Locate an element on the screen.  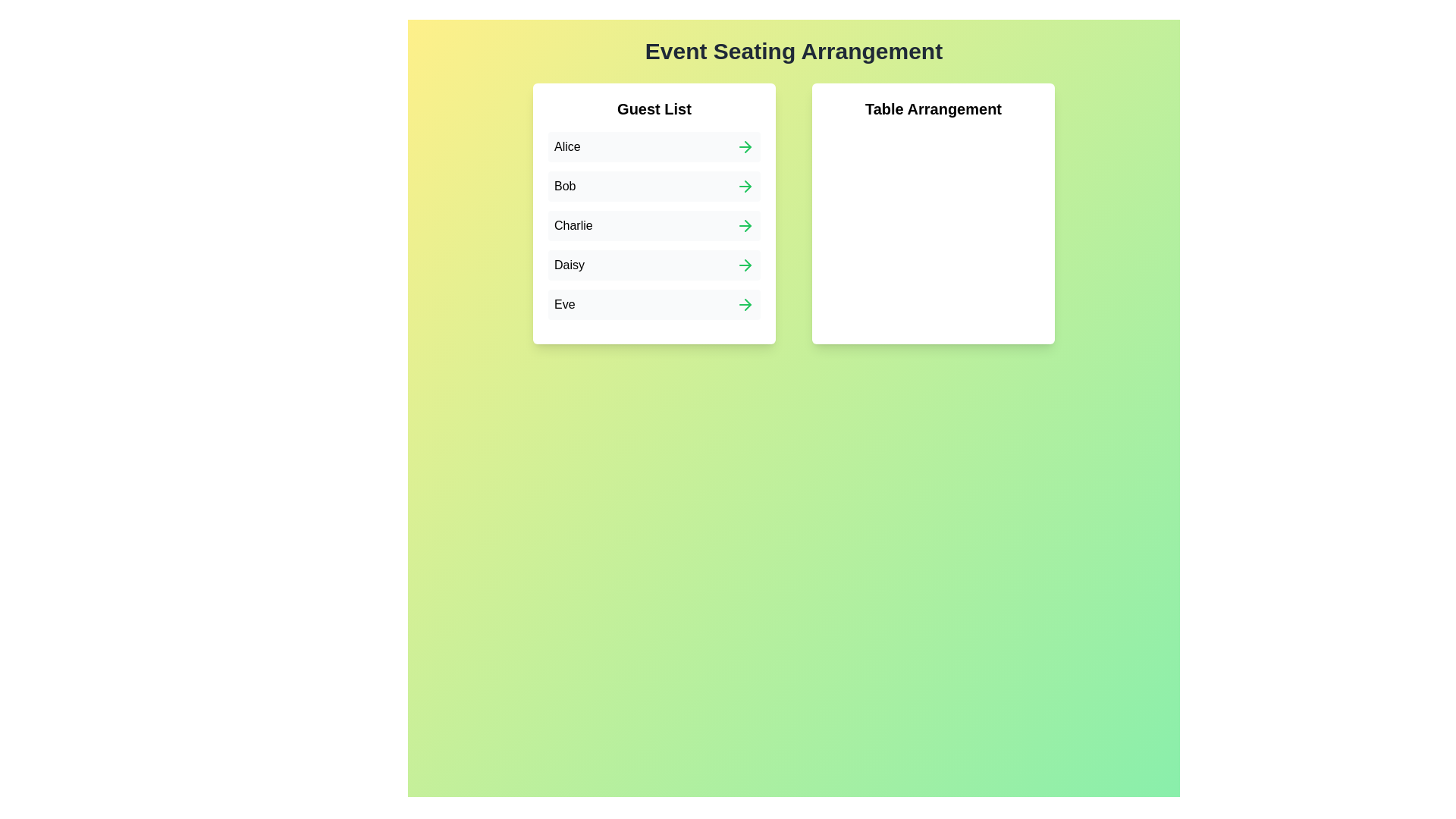
the arrow next to Daisy in the Guest List to add them to the Table Arrangement is located at coordinates (745, 265).